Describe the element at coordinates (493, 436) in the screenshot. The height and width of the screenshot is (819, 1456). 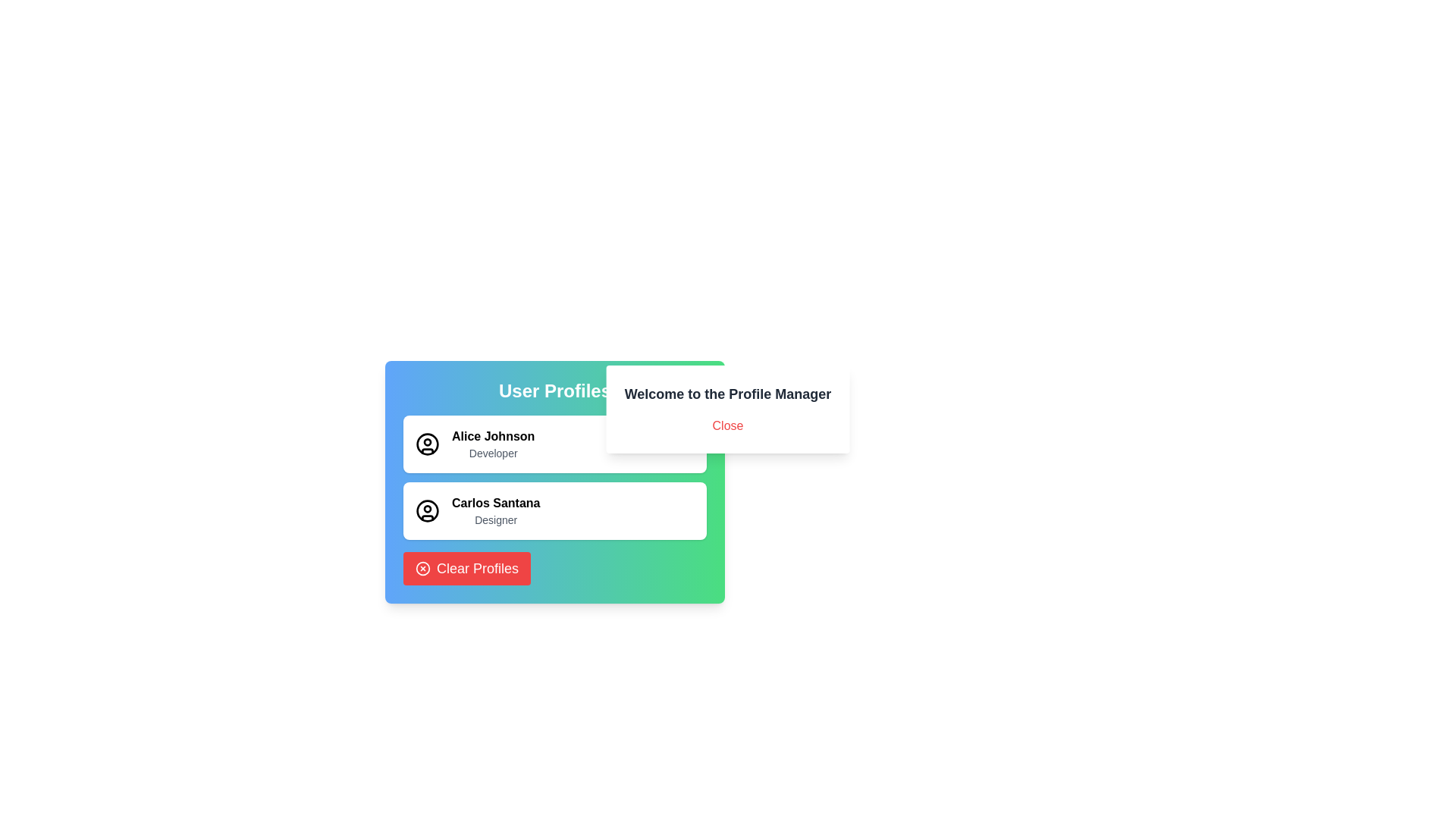
I see `the static text label displaying the name 'Alice Johnson', which serves to identify a user within the interface` at that location.